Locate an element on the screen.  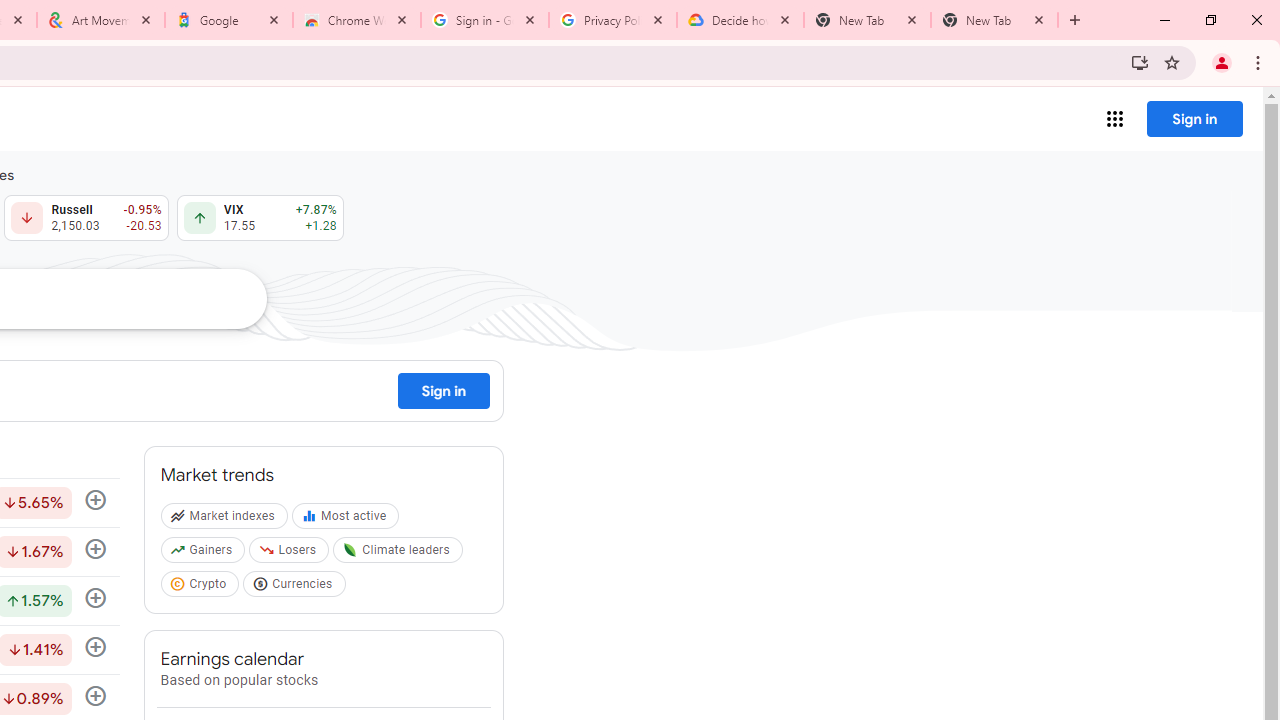
'Losers' is located at coordinates (290, 554).